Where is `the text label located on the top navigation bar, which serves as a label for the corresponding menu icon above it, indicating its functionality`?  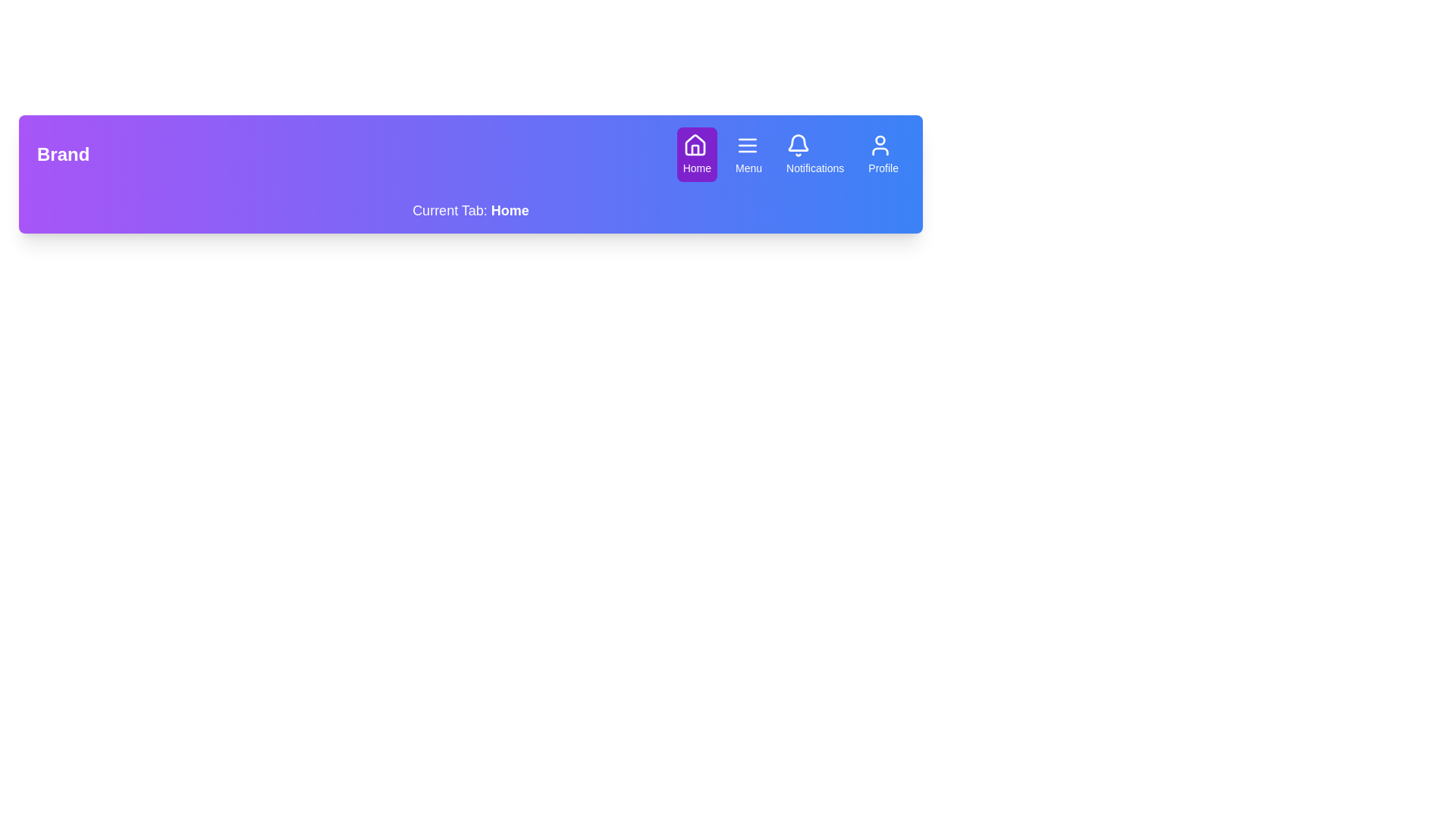
the text label located on the top navigation bar, which serves as a label for the corresponding menu icon above it, indicating its functionality is located at coordinates (748, 168).